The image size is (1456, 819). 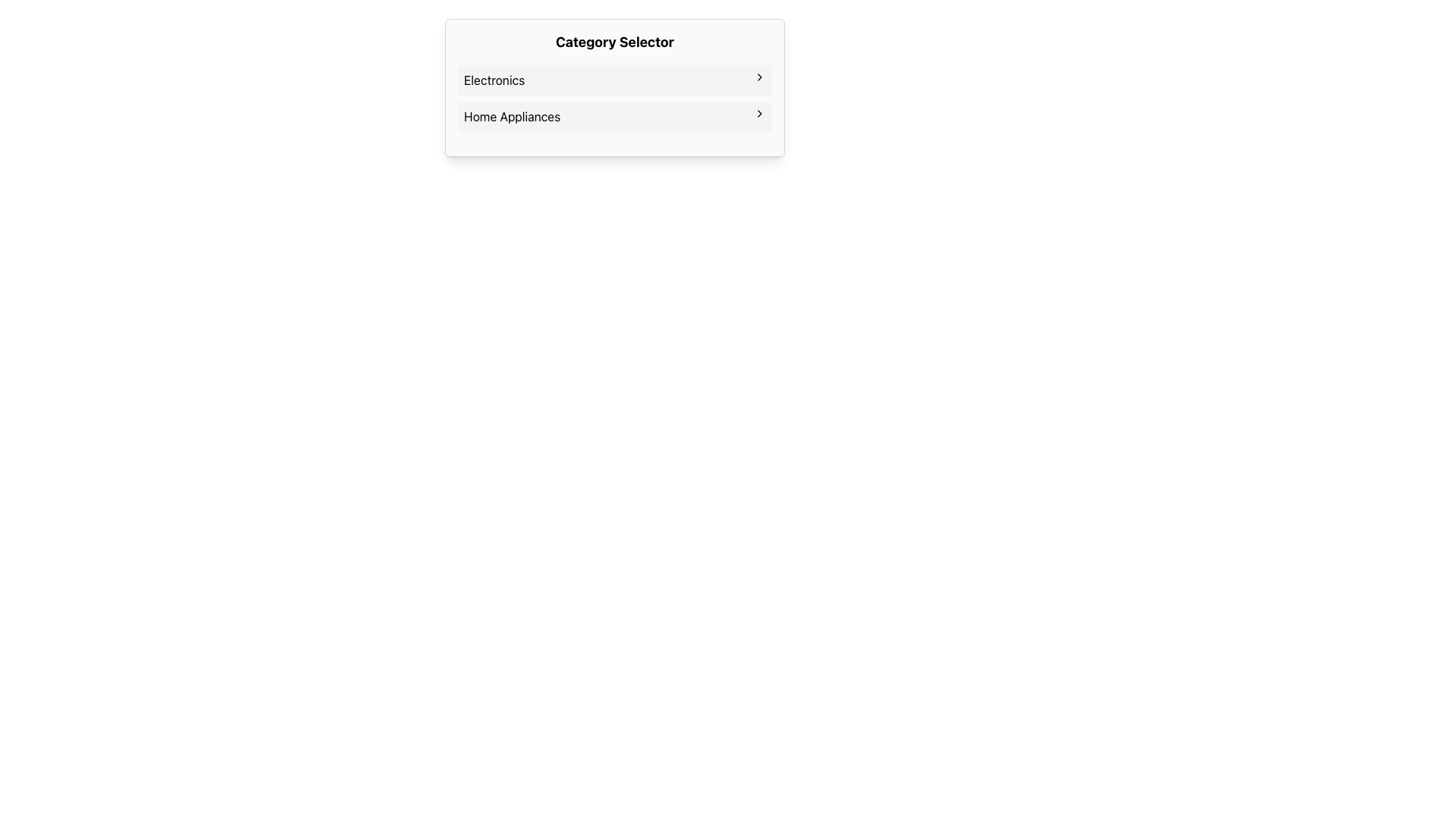 What do you see at coordinates (494, 80) in the screenshot?
I see `the 'Electronics' text label, which serves as a category label in the 'Category Selector' section` at bounding box center [494, 80].